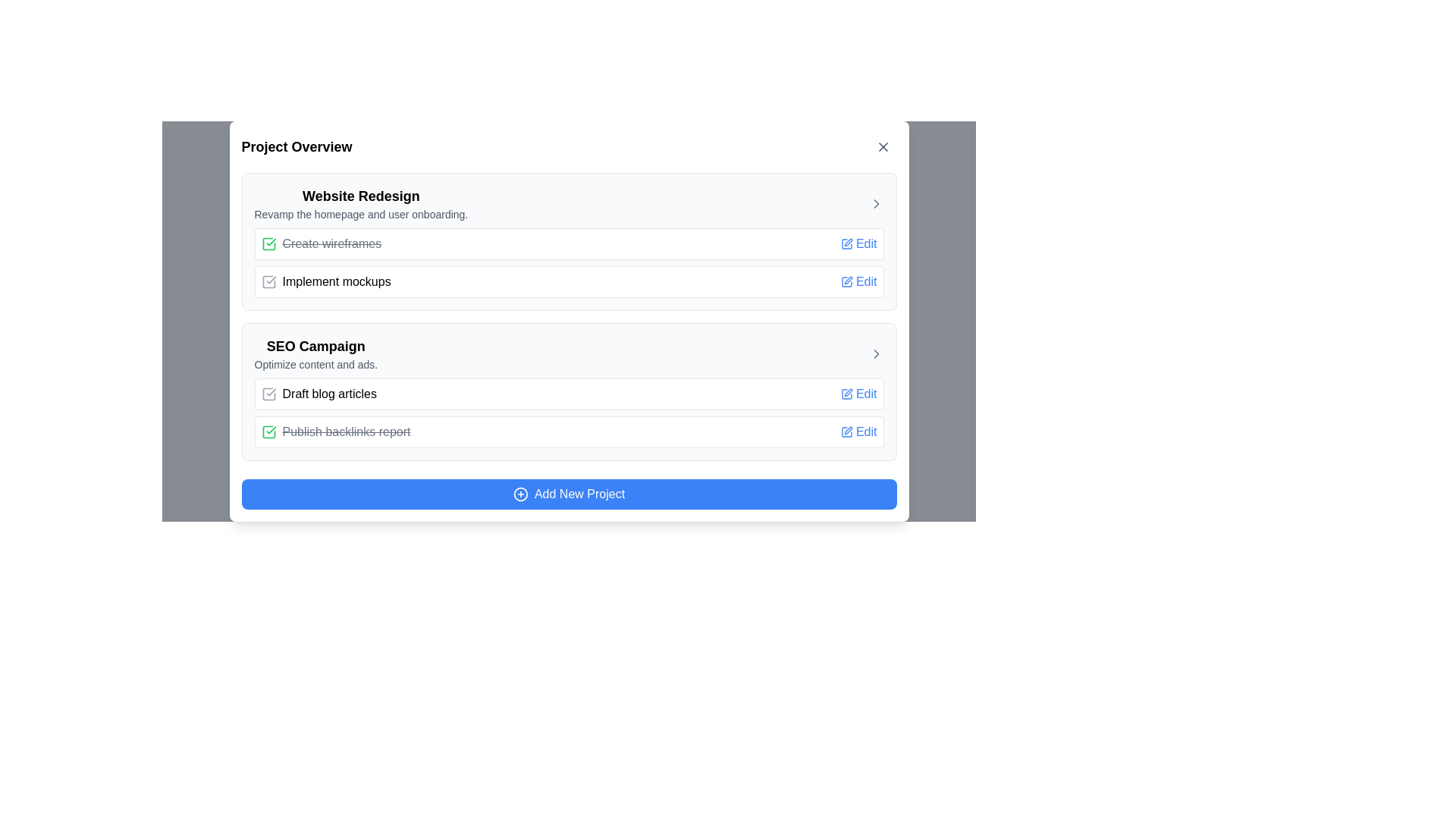 The image size is (1456, 819). Describe the element at coordinates (568, 391) in the screenshot. I see `the Task summary section titled 'SEO Campaign'` at that location.